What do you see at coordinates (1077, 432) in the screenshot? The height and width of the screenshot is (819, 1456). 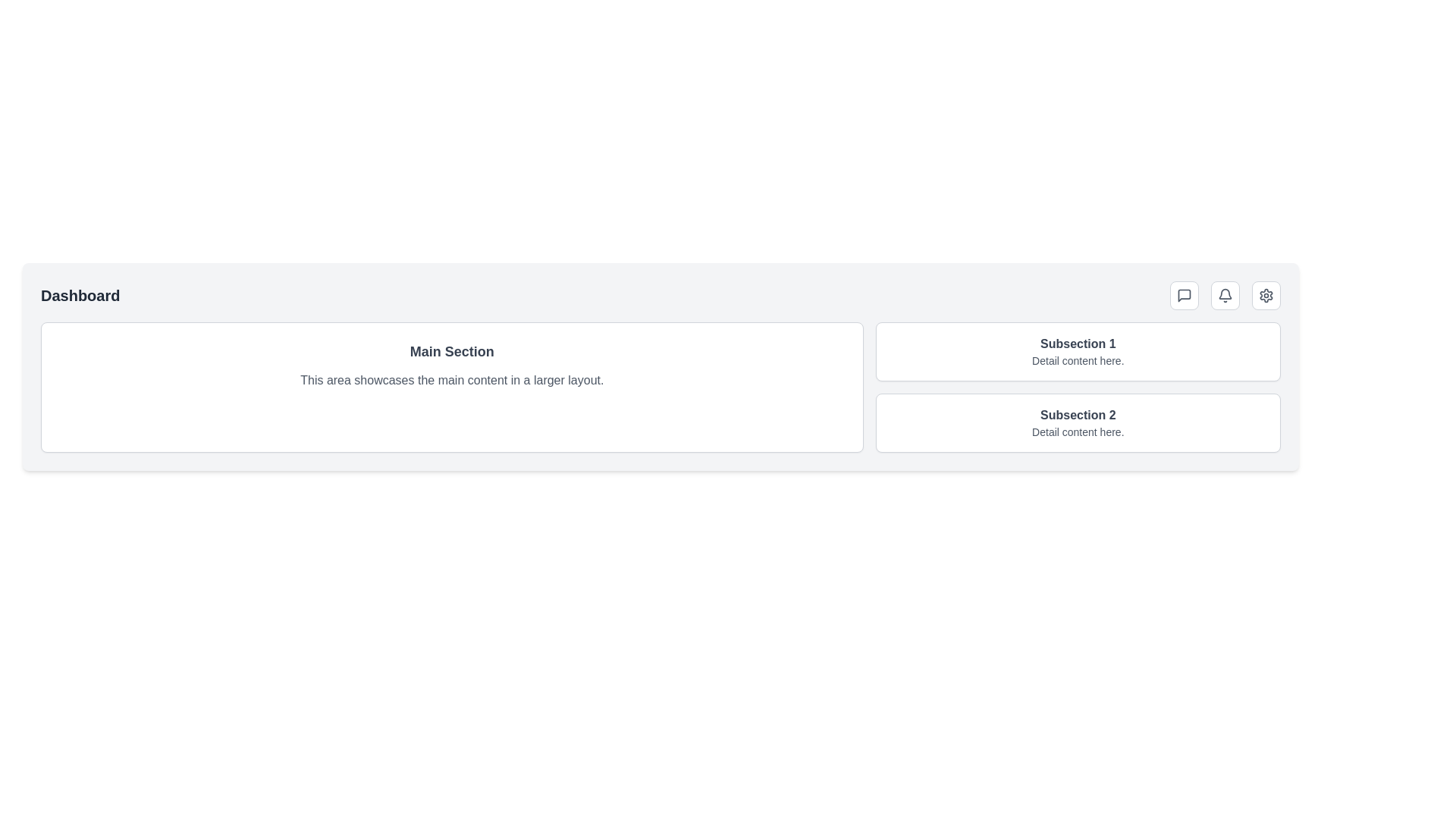 I see `text label located directly below the title 'Subsection 2' in the second column on the right side of the interface layout` at bounding box center [1077, 432].